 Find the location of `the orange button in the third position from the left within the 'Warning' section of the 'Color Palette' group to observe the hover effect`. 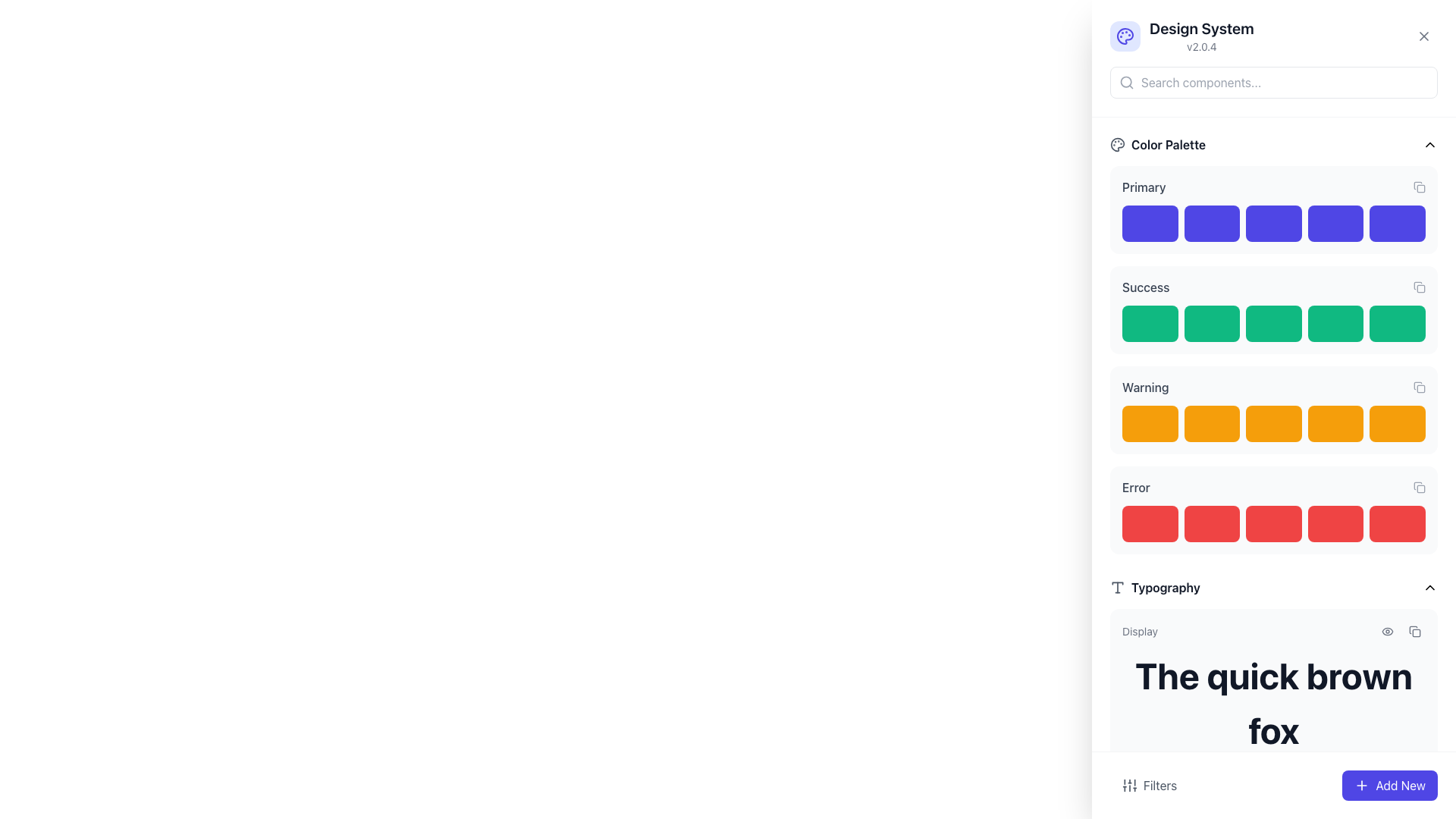

the orange button in the third position from the left within the 'Warning' section of the 'Color Palette' group to observe the hover effect is located at coordinates (1274, 409).